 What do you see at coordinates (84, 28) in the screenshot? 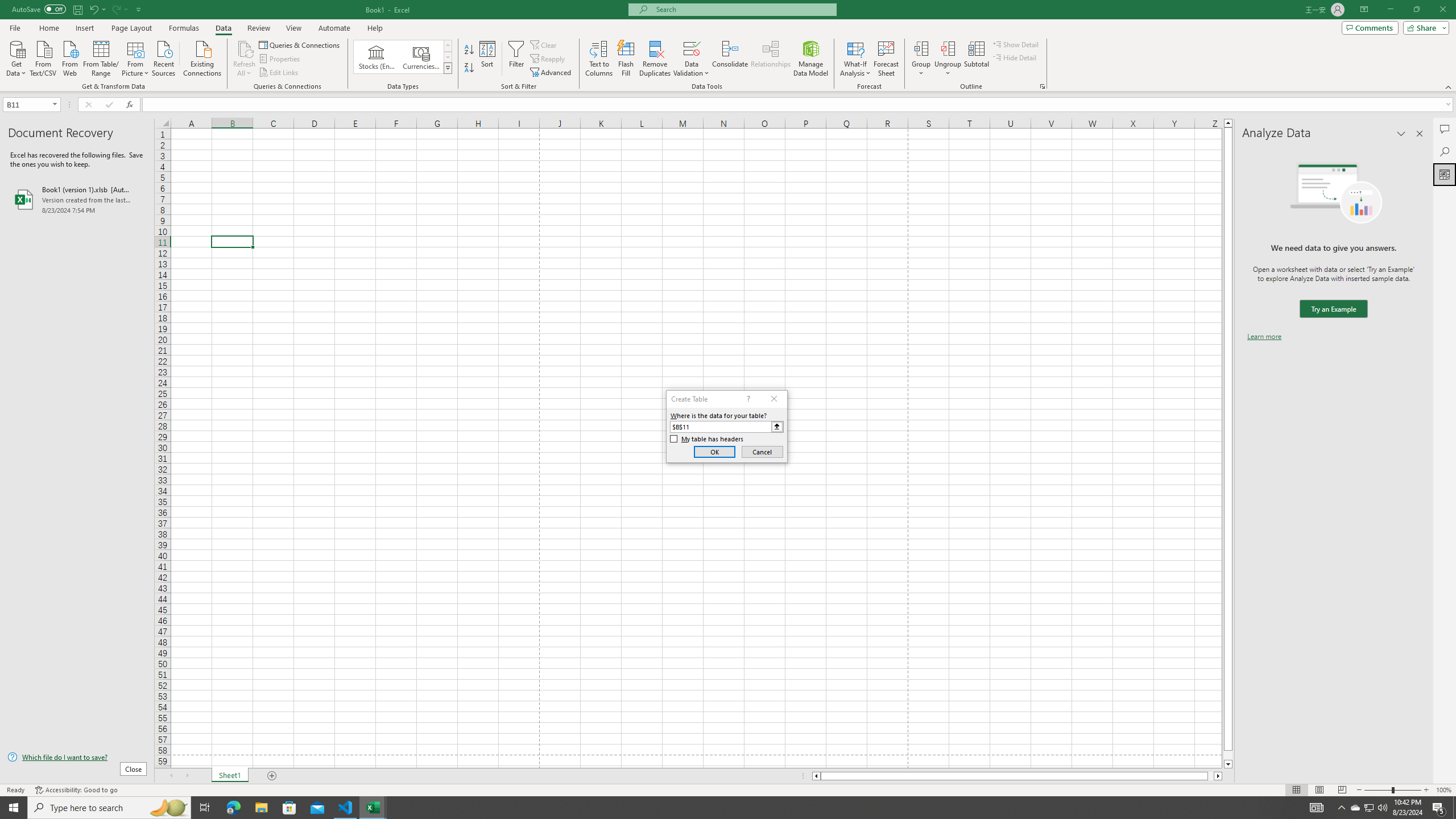
I see `'Insert'` at bounding box center [84, 28].